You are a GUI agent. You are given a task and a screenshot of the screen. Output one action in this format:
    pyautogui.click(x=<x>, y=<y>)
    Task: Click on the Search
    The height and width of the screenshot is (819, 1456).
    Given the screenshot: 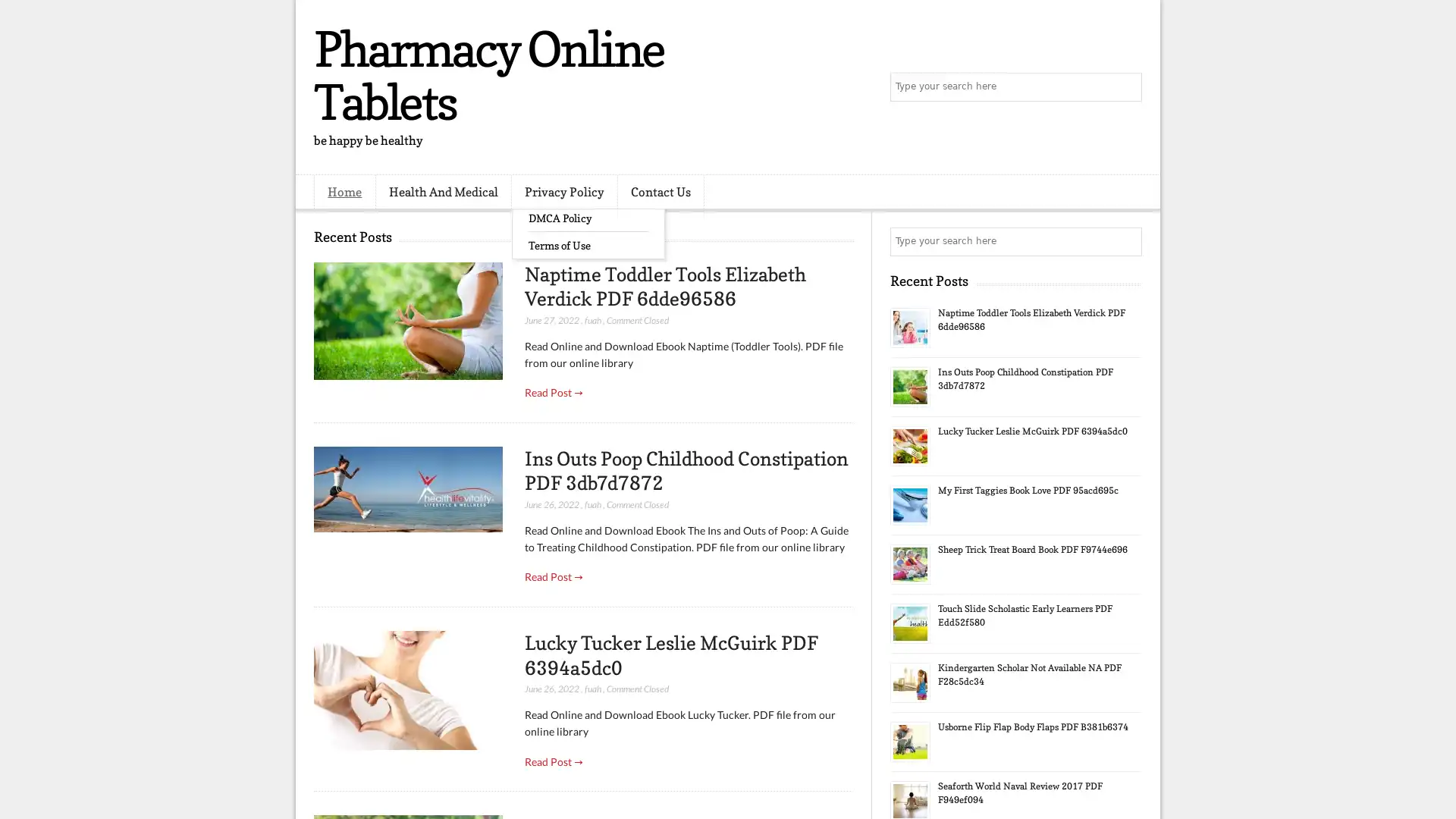 What is the action you would take?
    pyautogui.click(x=1126, y=87)
    